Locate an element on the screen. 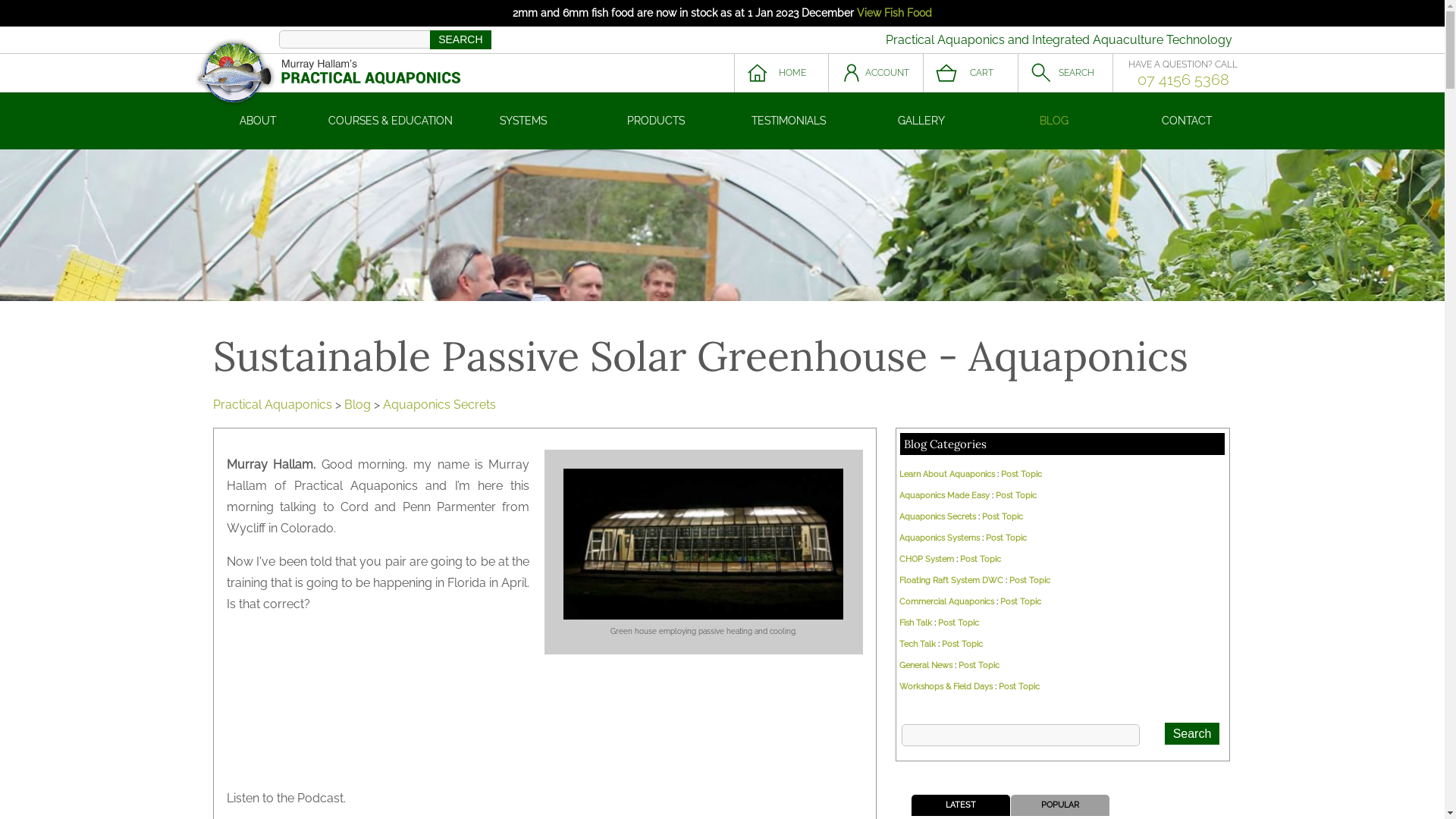 This screenshot has height=819, width=1456. 'GALLERY' is located at coordinates (921, 120).